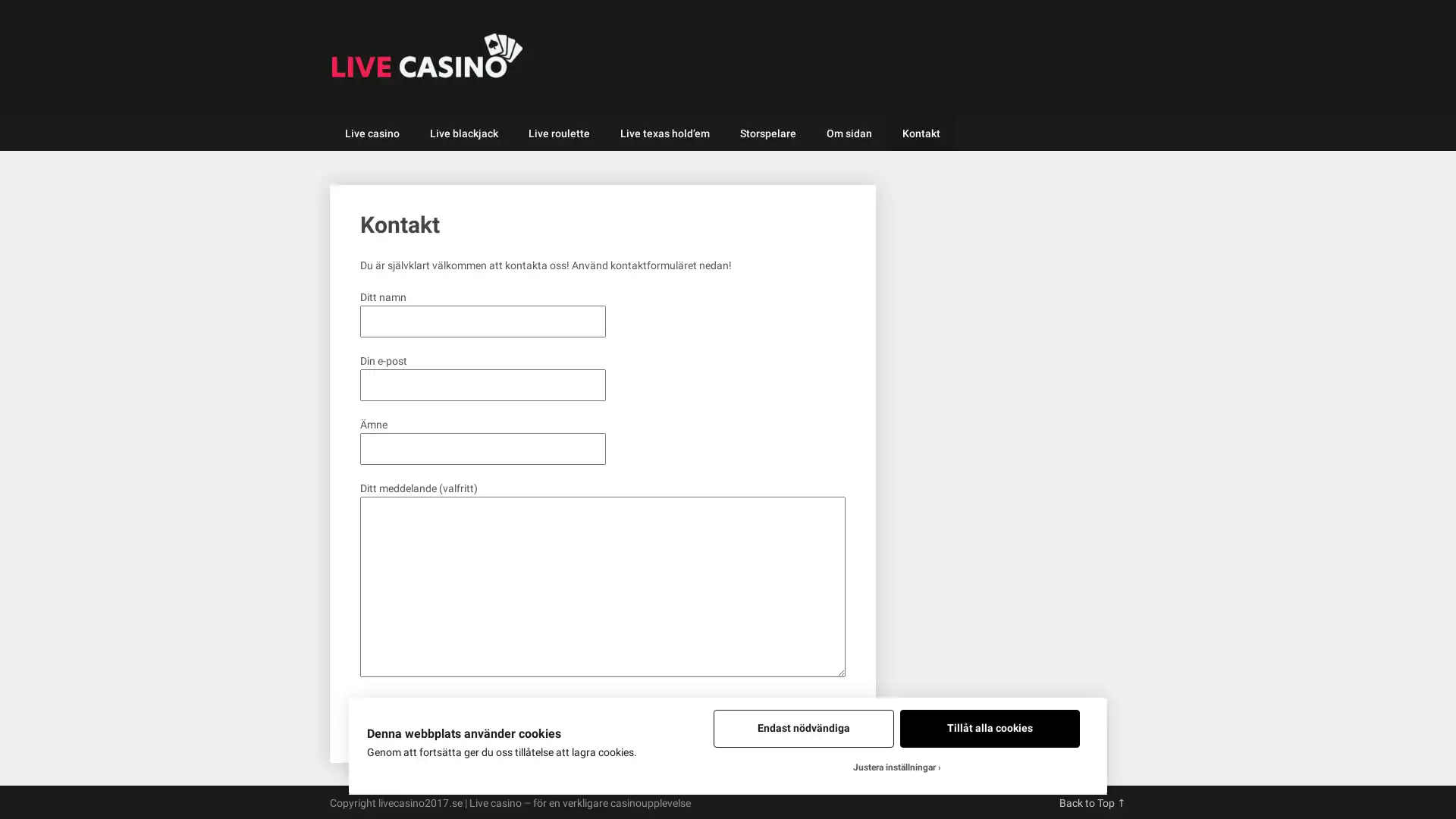 The height and width of the screenshot is (819, 1456). Describe the element at coordinates (384, 711) in the screenshot. I see `Skicka` at that location.